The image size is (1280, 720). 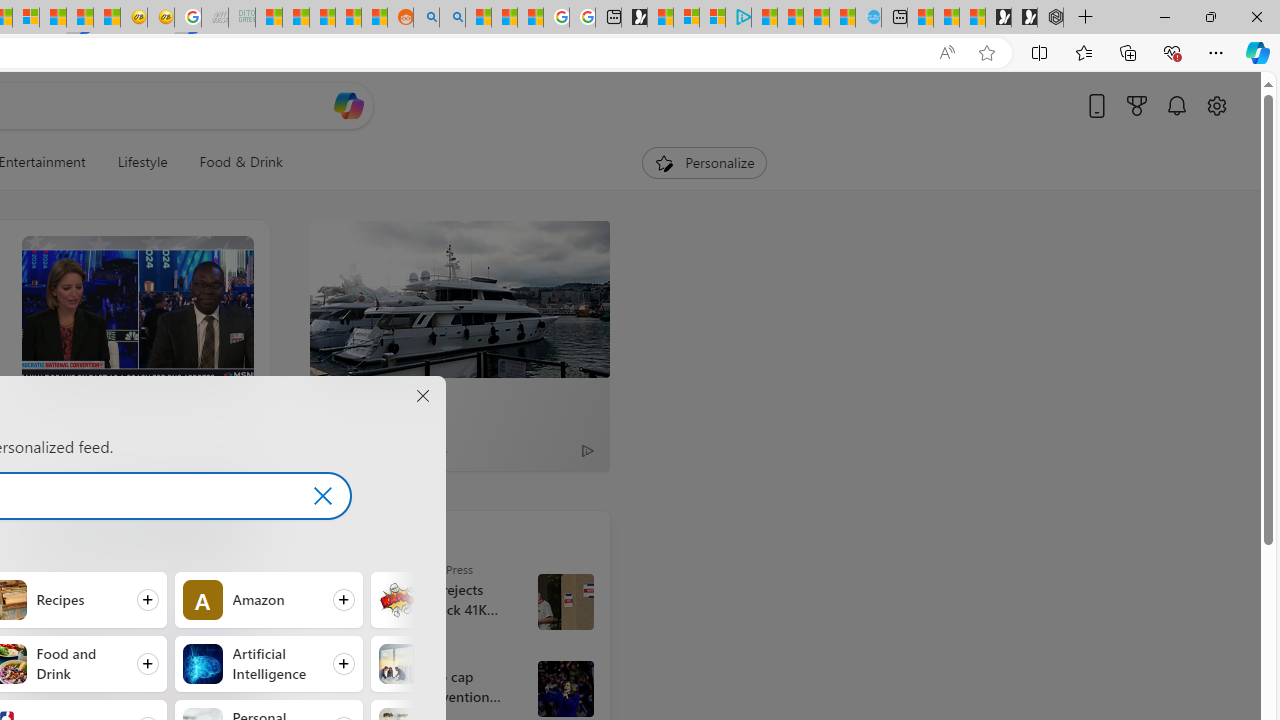 I want to click on 'Home | Sky Blue Bikes - Sky Blue Bikes', so click(x=868, y=17).